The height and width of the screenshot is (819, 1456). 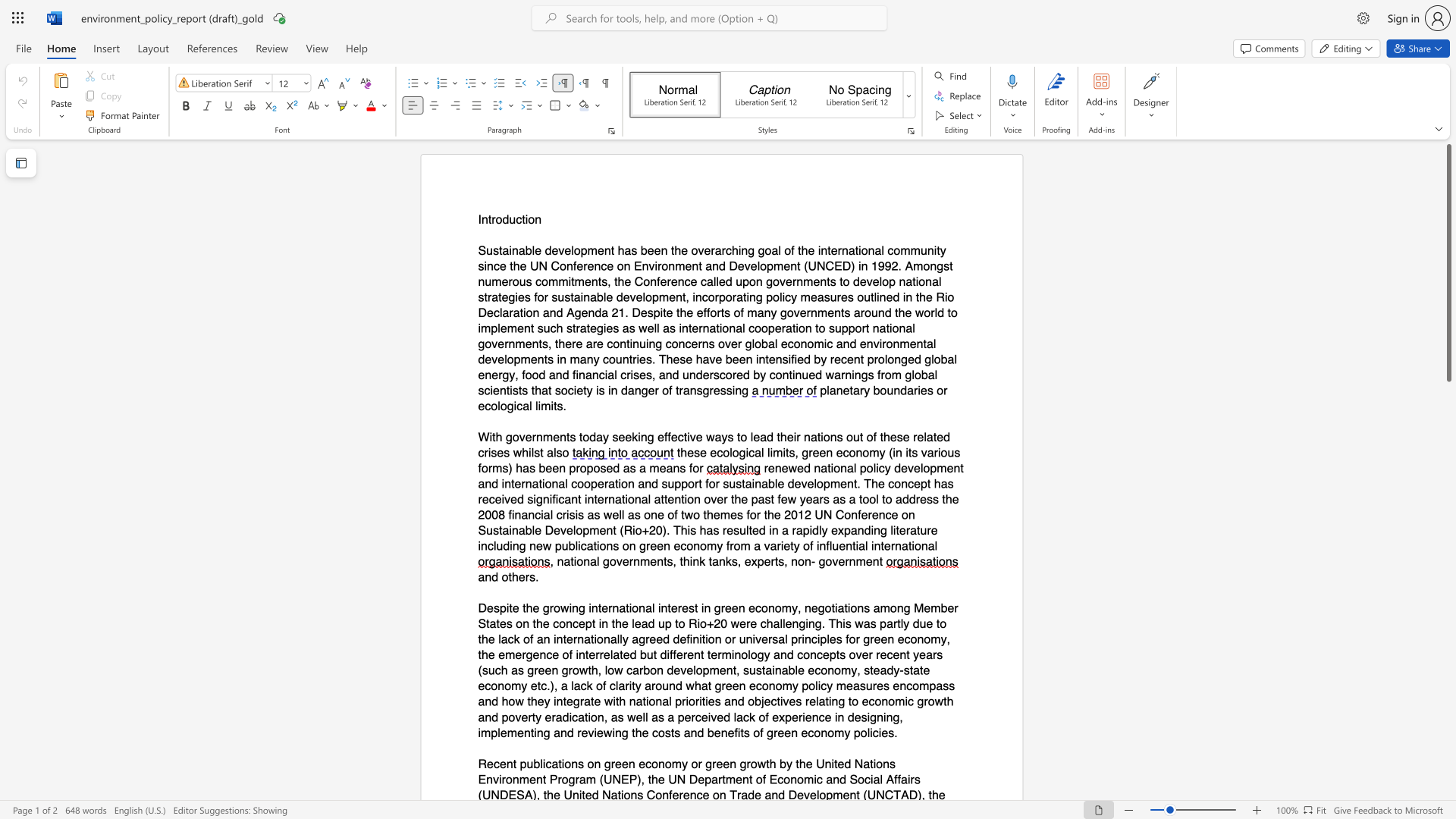 What do you see at coordinates (1448, 561) in the screenshot?
I see `the page's right scrollbar for downward movement` at bounding box center [1448, 561].